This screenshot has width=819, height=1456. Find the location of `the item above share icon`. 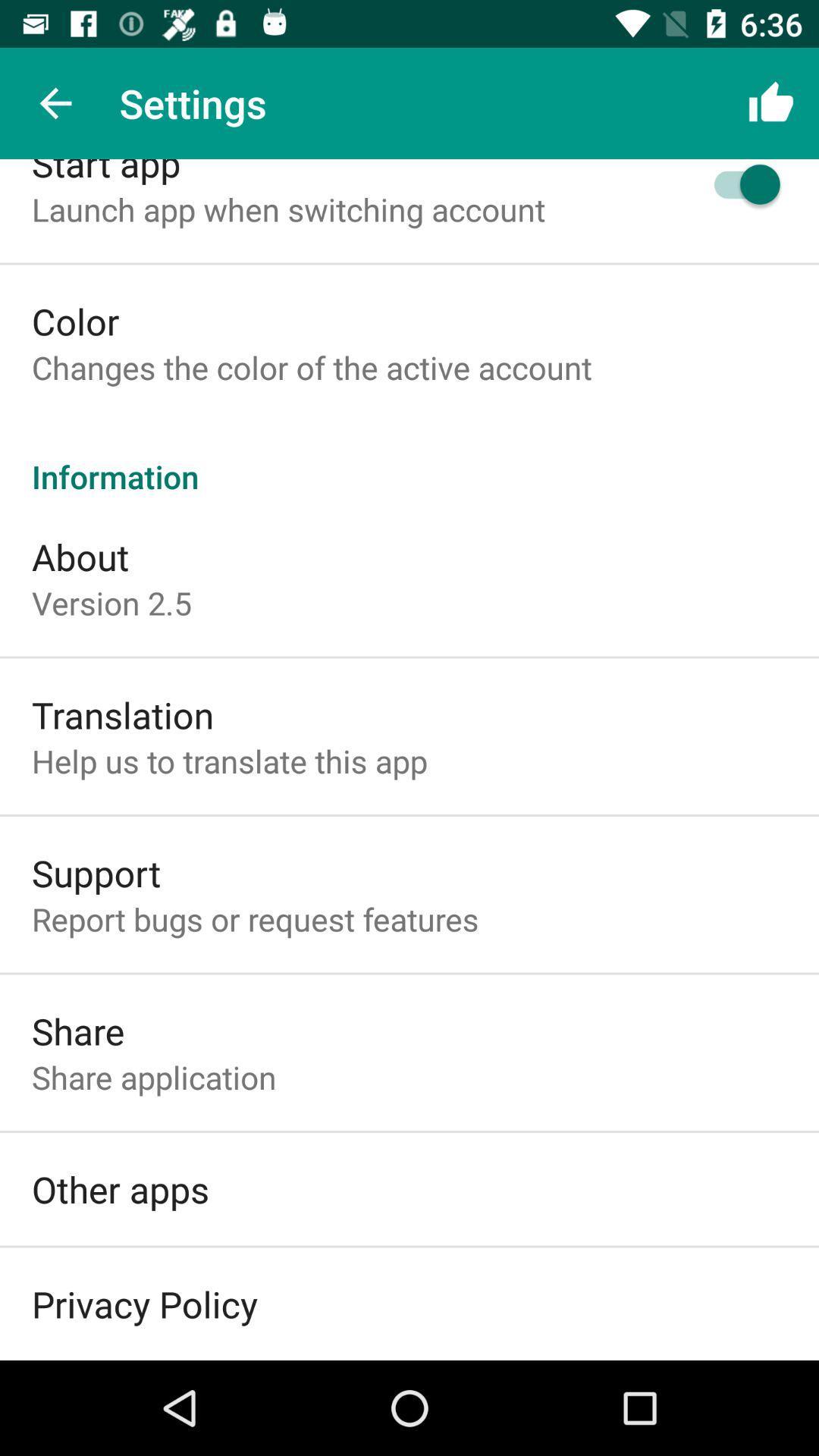

the item above share icon is located at coordinates (254, 918).